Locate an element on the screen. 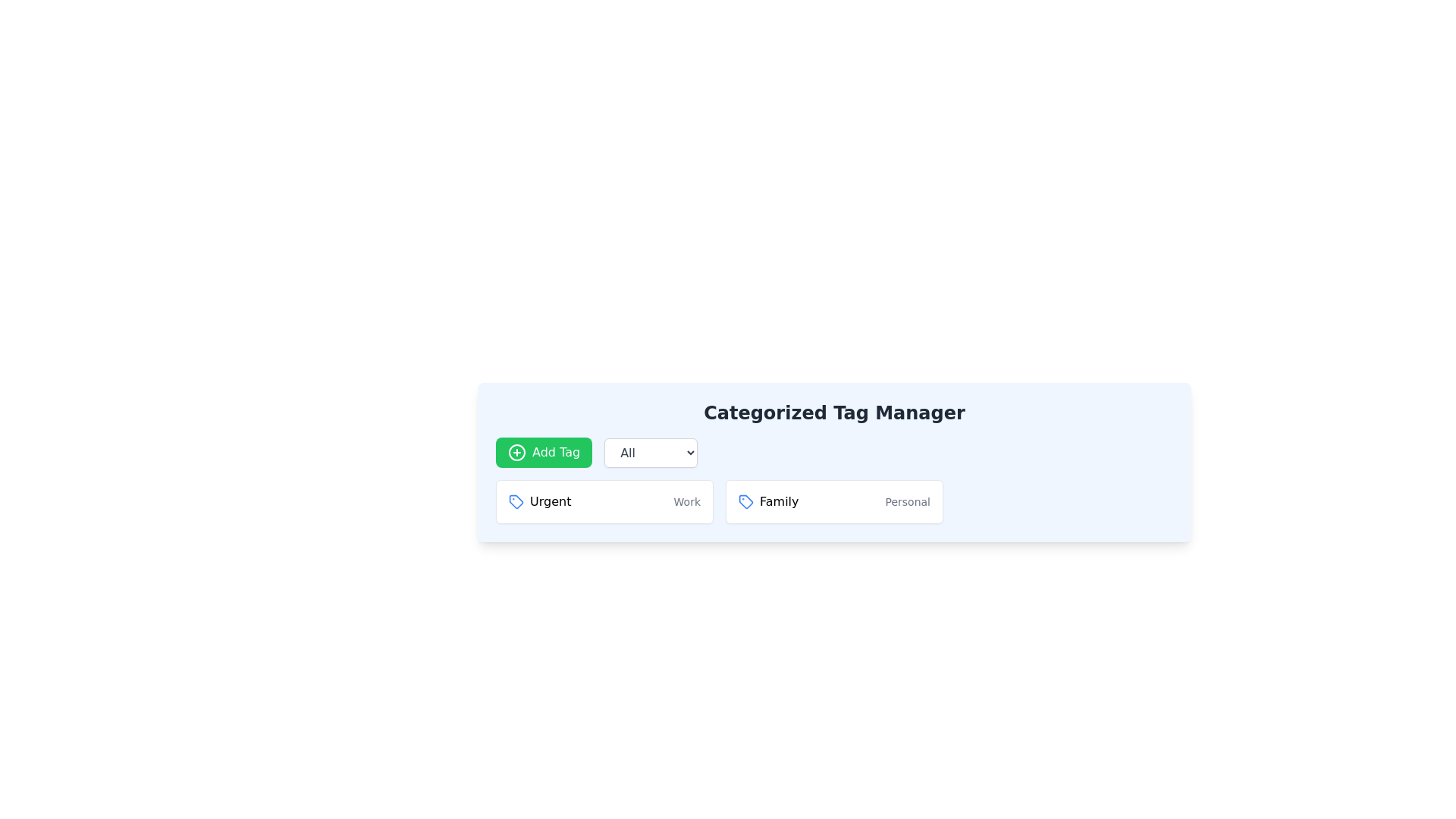 This screenshot has height=819, width=1456. the rectangular button with a green background labeled 'Add Tag' is located at coordinates (544, 452).